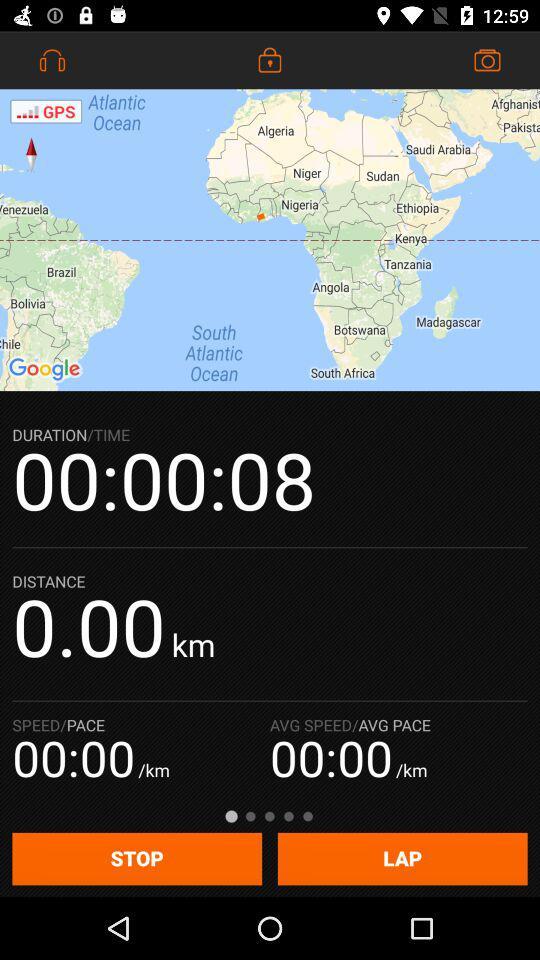  Describe the element at coordinates (486, 59) in the screenshot. I see `the icon at the top right corner` at that location.